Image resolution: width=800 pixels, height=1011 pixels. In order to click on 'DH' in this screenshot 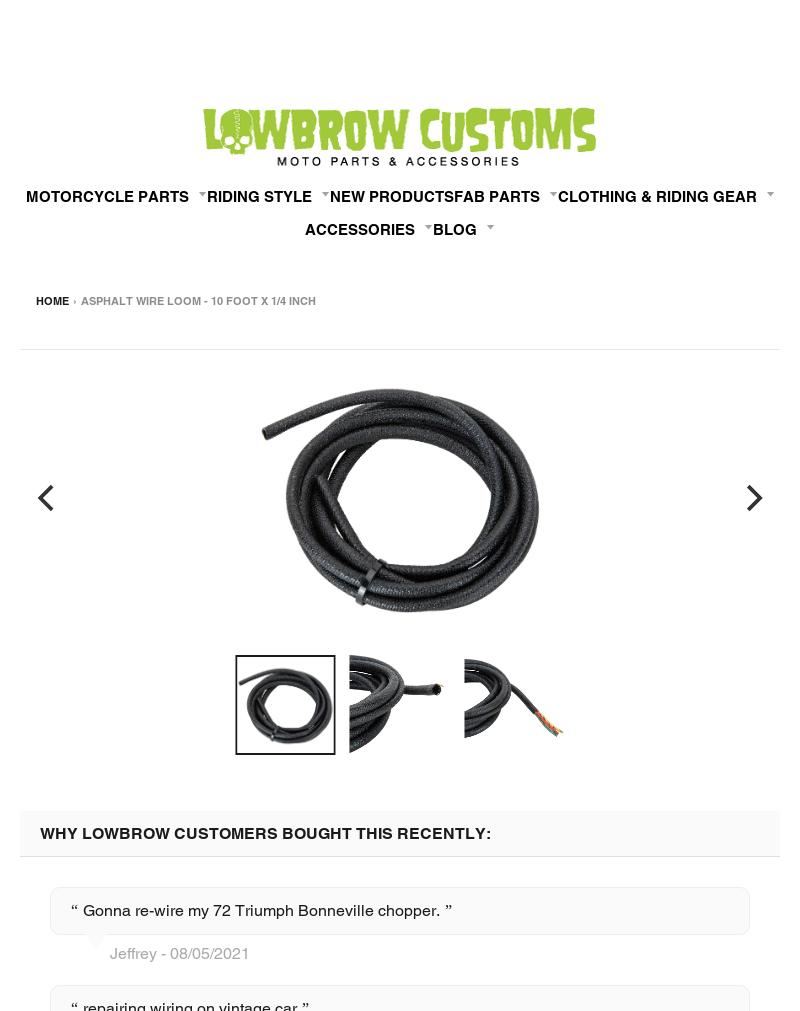, I will do `click(28, 805)`.